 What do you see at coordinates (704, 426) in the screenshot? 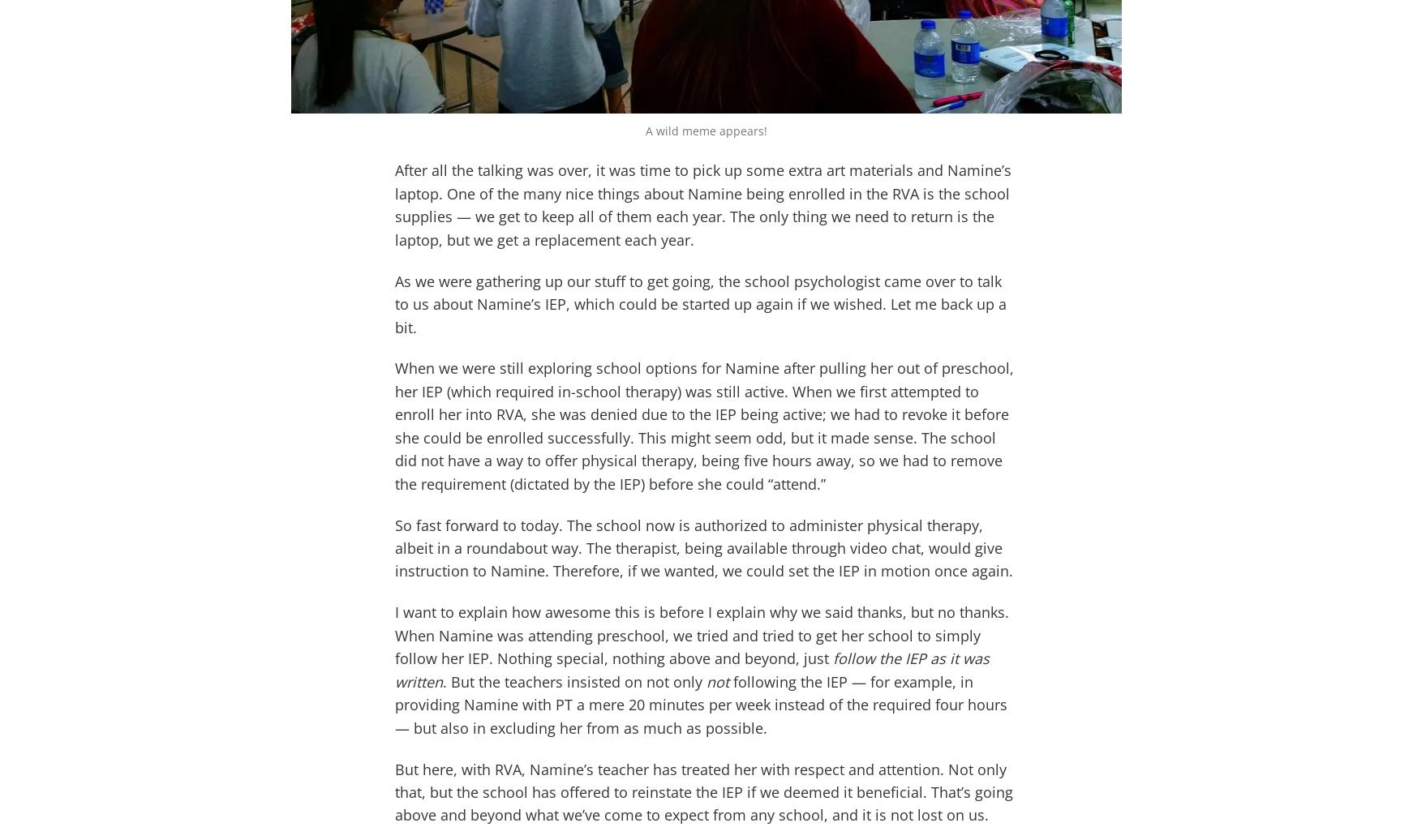
I see `'When we were still exploring school options for Namine after pulling her out of preschool, her IEP (which required in-school therapy) was still active. When we first attempted to enroll her into RVA, she was denied due to the IEP being active; we had to revoke it before she could be enrolled successfully. This might seem odd, but it made sense. The school did not have a way to offer physical therapy, being five hours away, so we had to remove the requirement (dictated by the IEP) before she could “attend.”'` at bounding box center [704, 426].